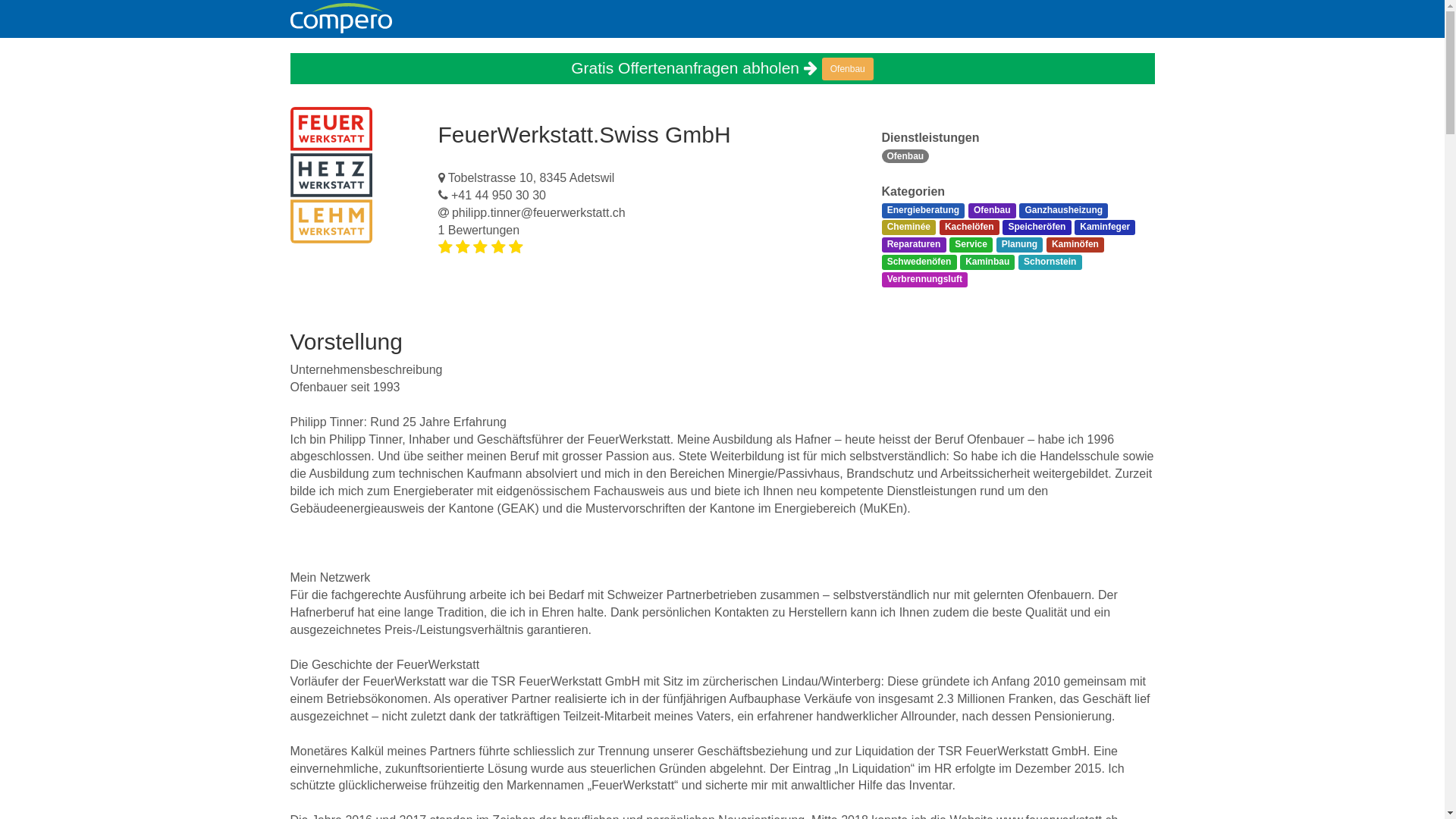 The width and height of the screenshot is (1456, 819). Describe the element at coordinates (847, 69) in the screenshot. I see `'Ofenbau'` at that location.